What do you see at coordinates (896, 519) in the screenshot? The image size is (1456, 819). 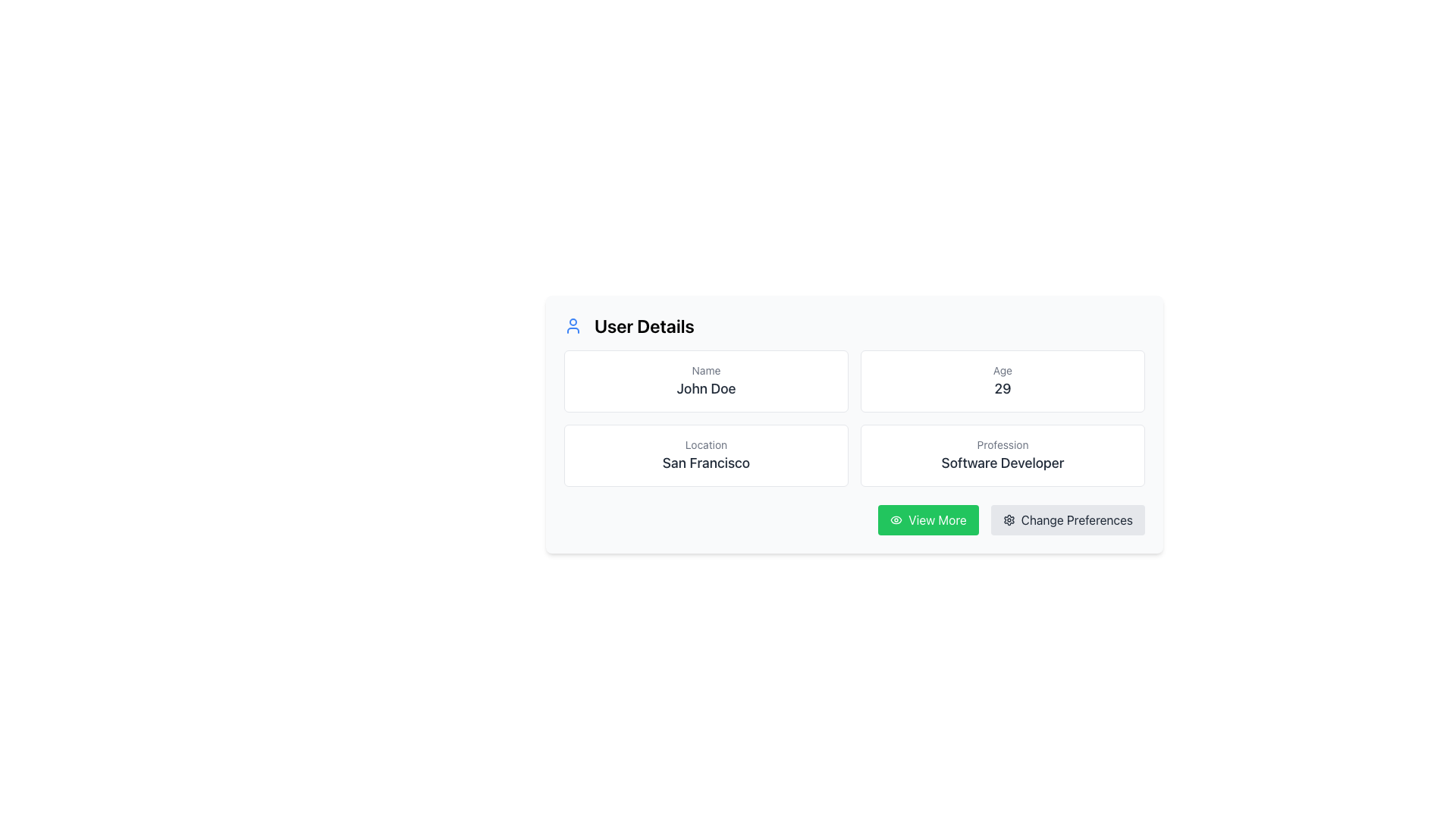 I see `the small green eye icon located to the left of the 'View More' button` at bounding box center [896, 519].